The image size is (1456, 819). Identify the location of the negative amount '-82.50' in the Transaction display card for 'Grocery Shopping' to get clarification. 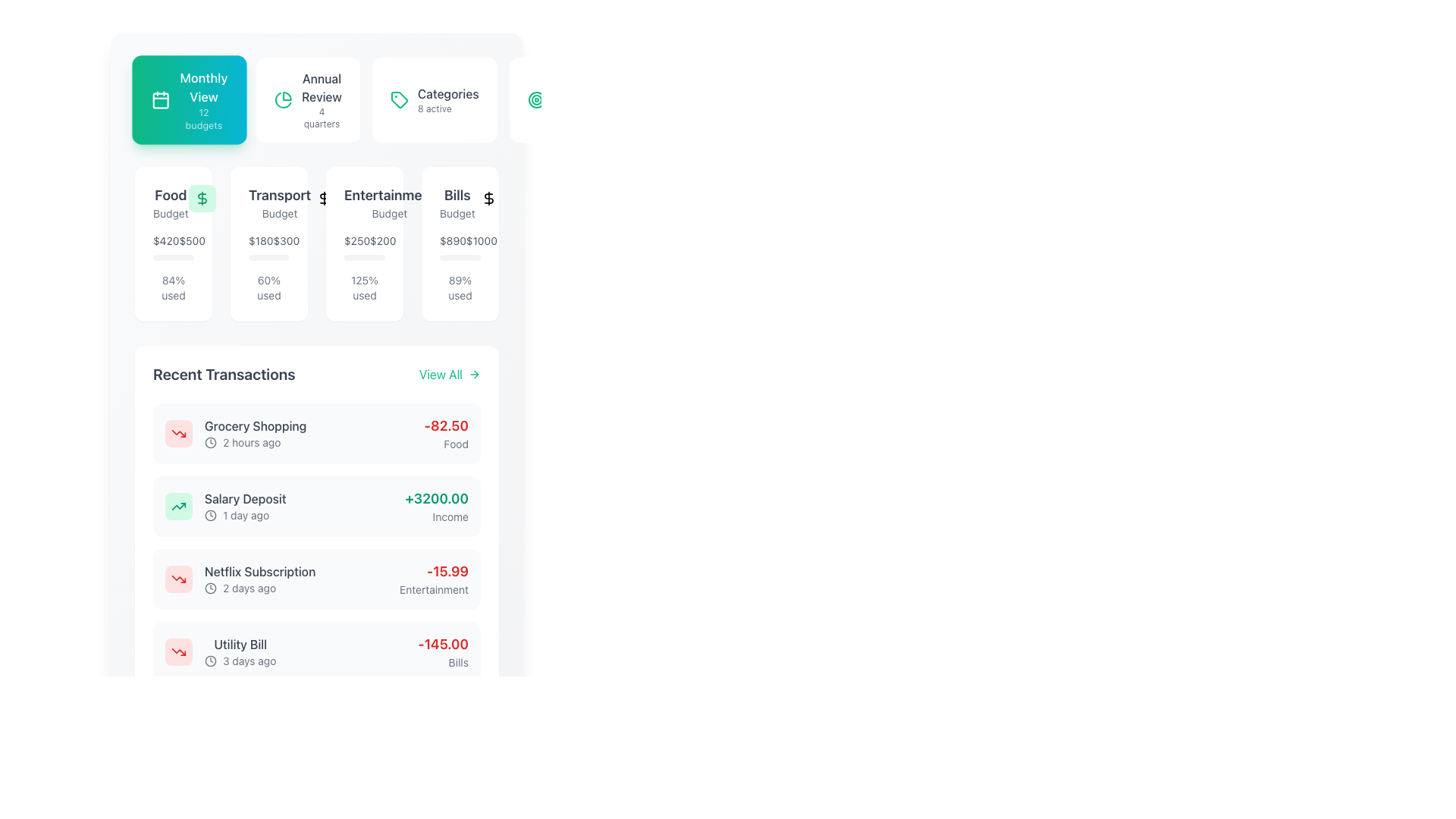
(315, 433).